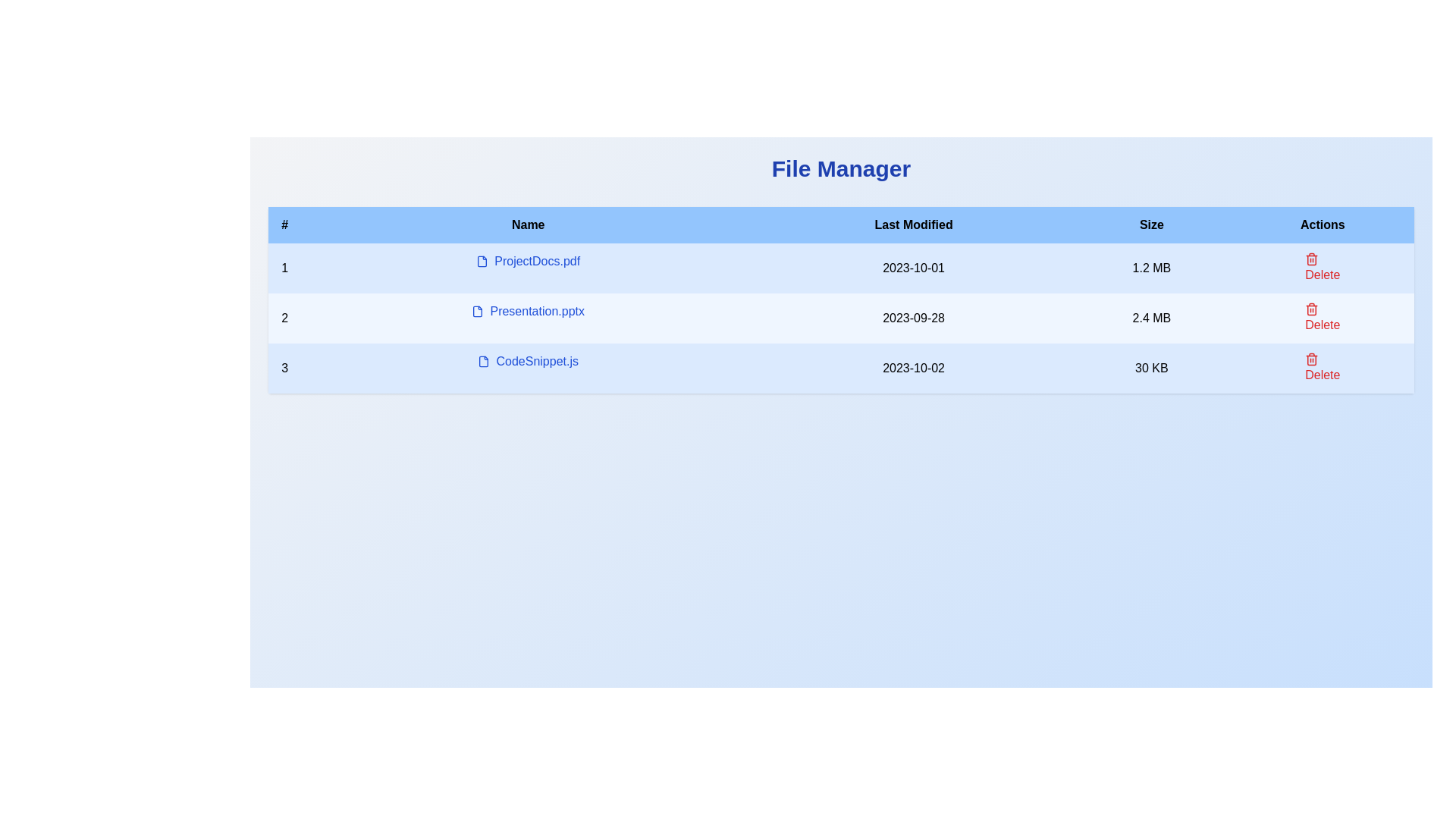 The image size is (1456, 819). What do you see at coordinates (528, 311) in the screenshot?
I see `the text 'Presentation.pptx'` at bounding box center [528, 311].